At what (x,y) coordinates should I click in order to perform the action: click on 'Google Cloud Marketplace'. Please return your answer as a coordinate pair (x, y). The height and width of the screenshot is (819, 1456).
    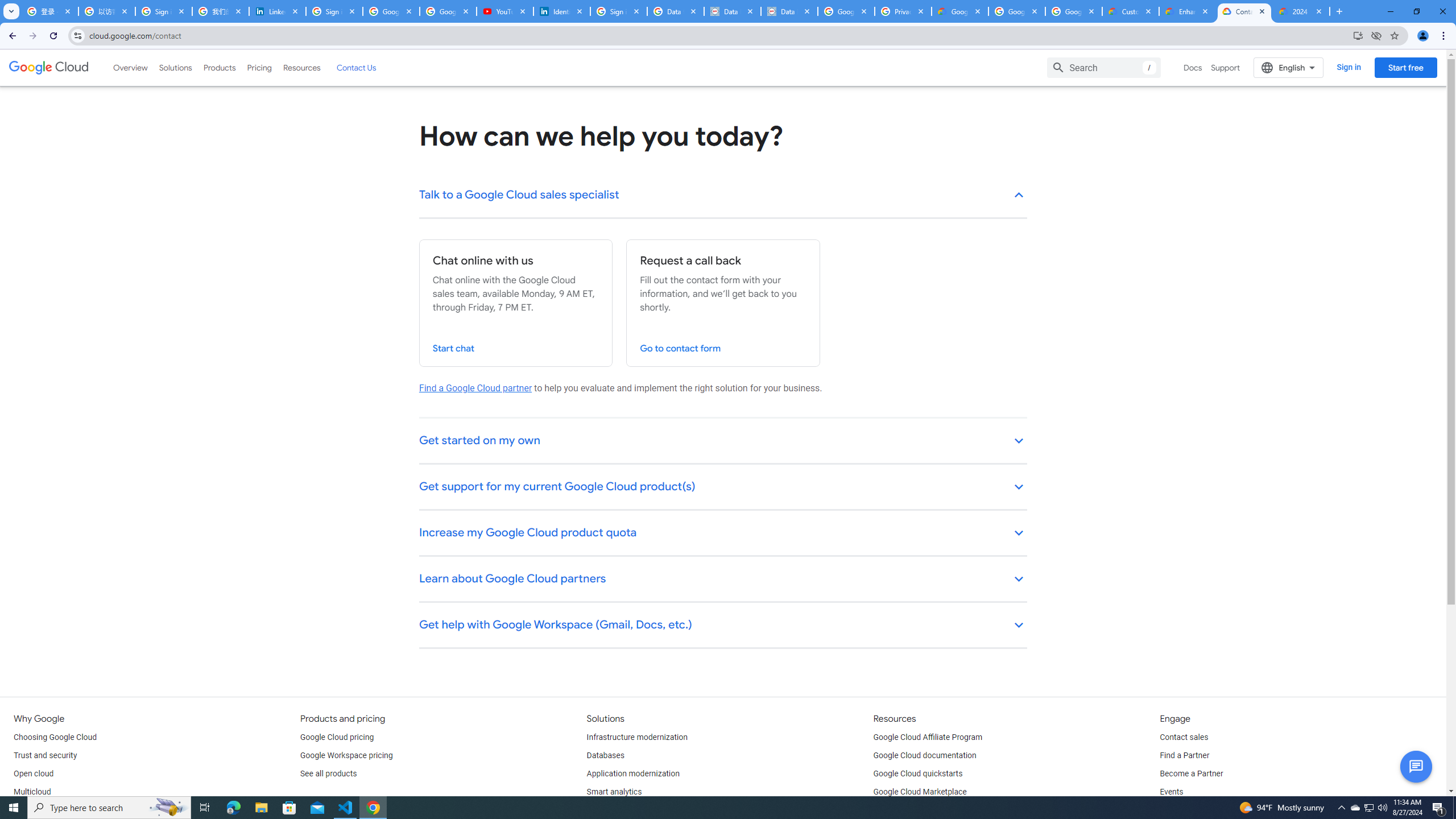
    Looking at the image, I should click on (920, 791).